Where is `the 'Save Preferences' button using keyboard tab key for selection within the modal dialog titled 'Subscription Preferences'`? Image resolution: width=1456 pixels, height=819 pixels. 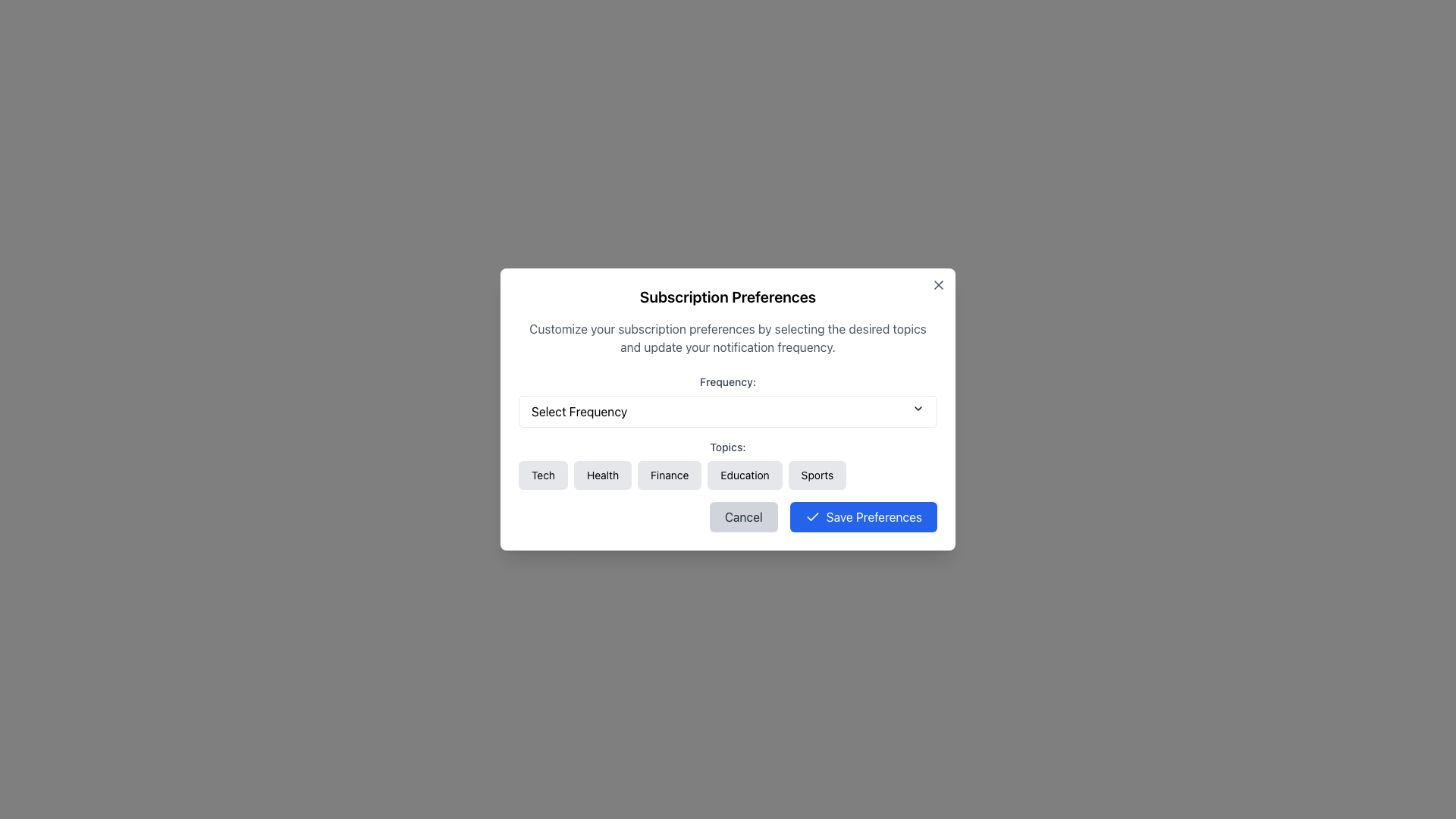
the 'Save Preferences' button using keyboard tab key for selection within the modal dialog titled 'Subscription Preferences' is located at coordinates (863, 516).